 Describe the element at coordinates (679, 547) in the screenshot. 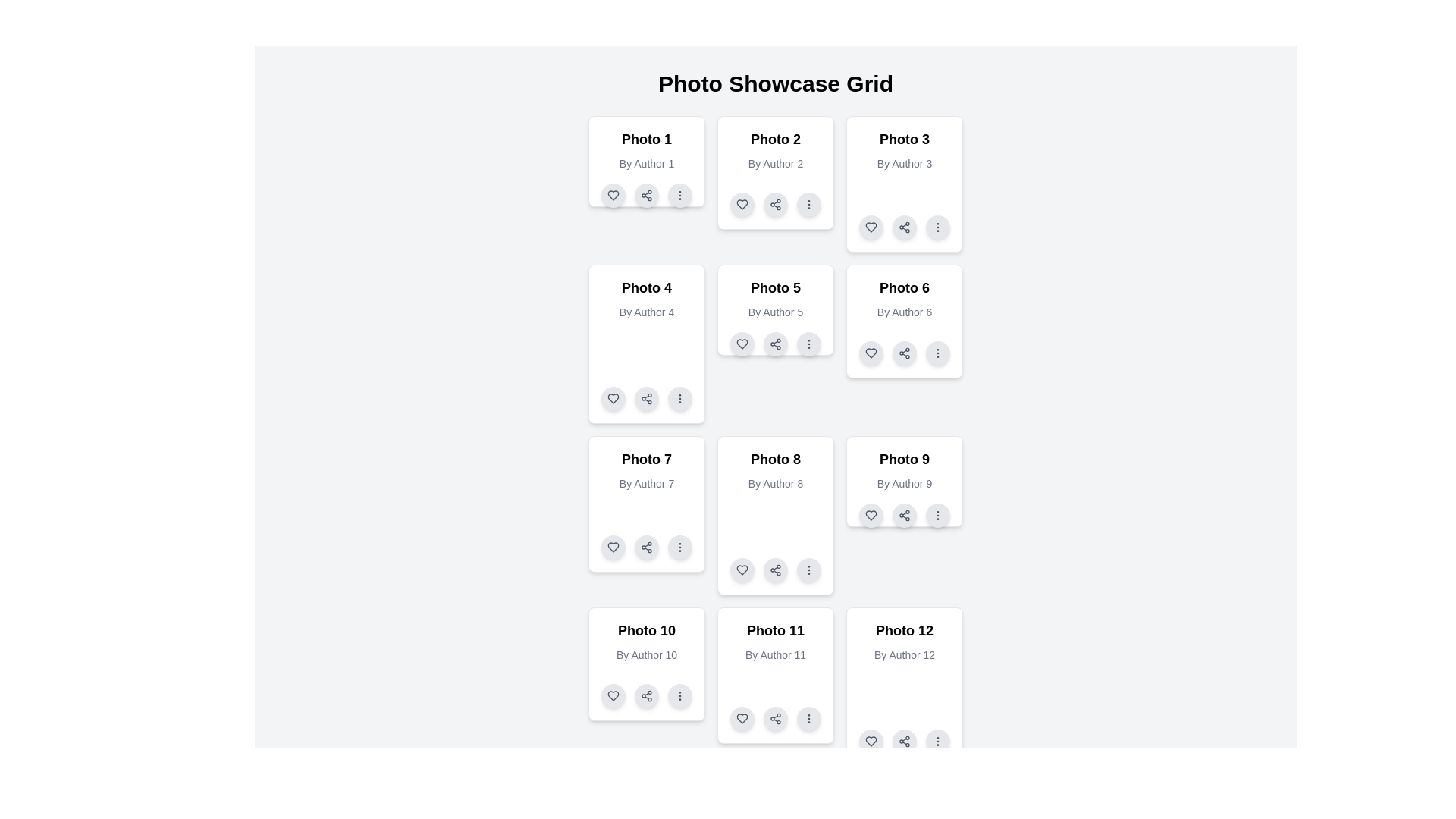

I see `the circular button with a gray background and three vertical dots located` at that location.